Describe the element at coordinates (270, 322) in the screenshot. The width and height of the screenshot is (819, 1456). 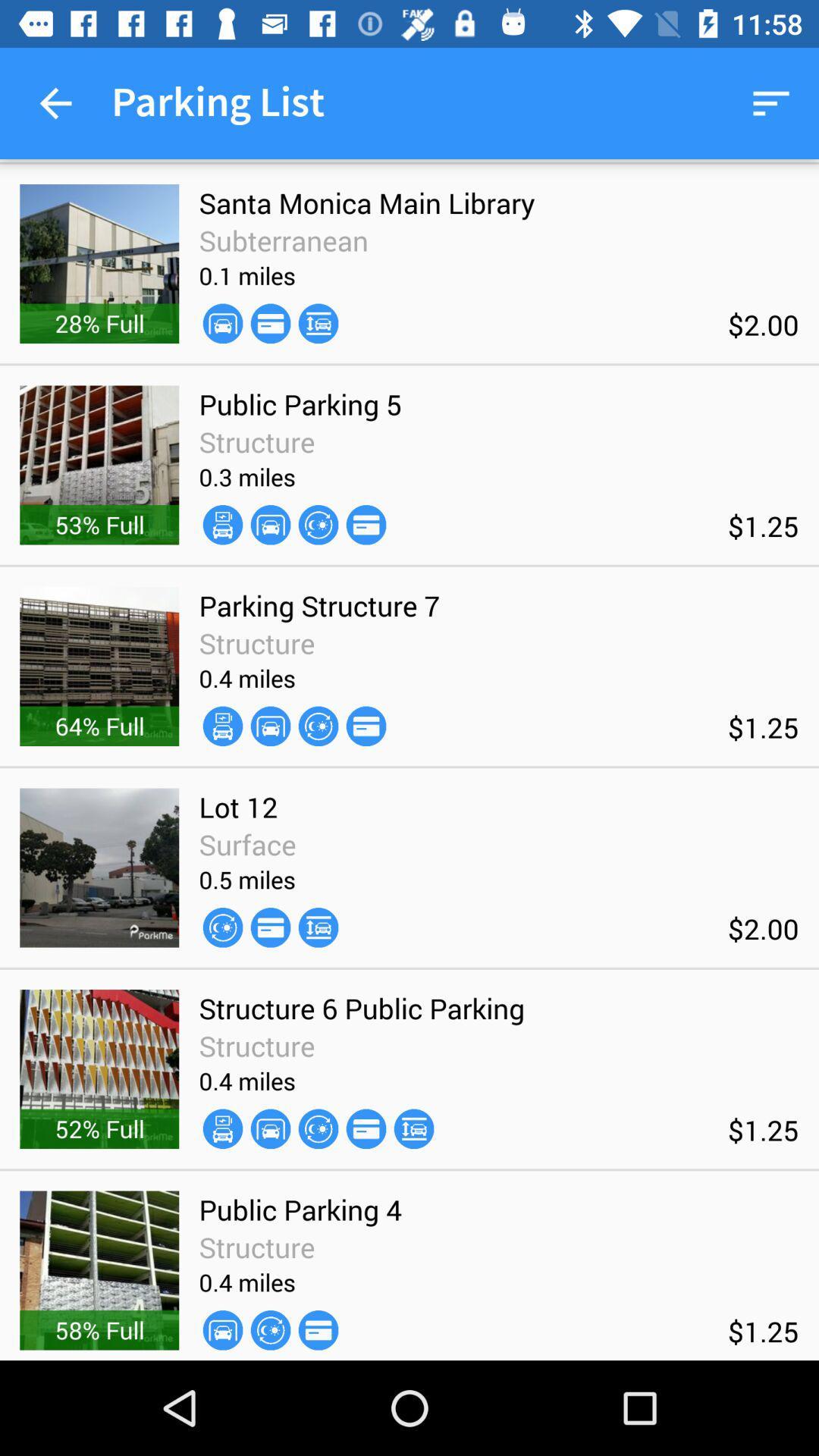
I see `the item above the public parking 5 icon` at that location.